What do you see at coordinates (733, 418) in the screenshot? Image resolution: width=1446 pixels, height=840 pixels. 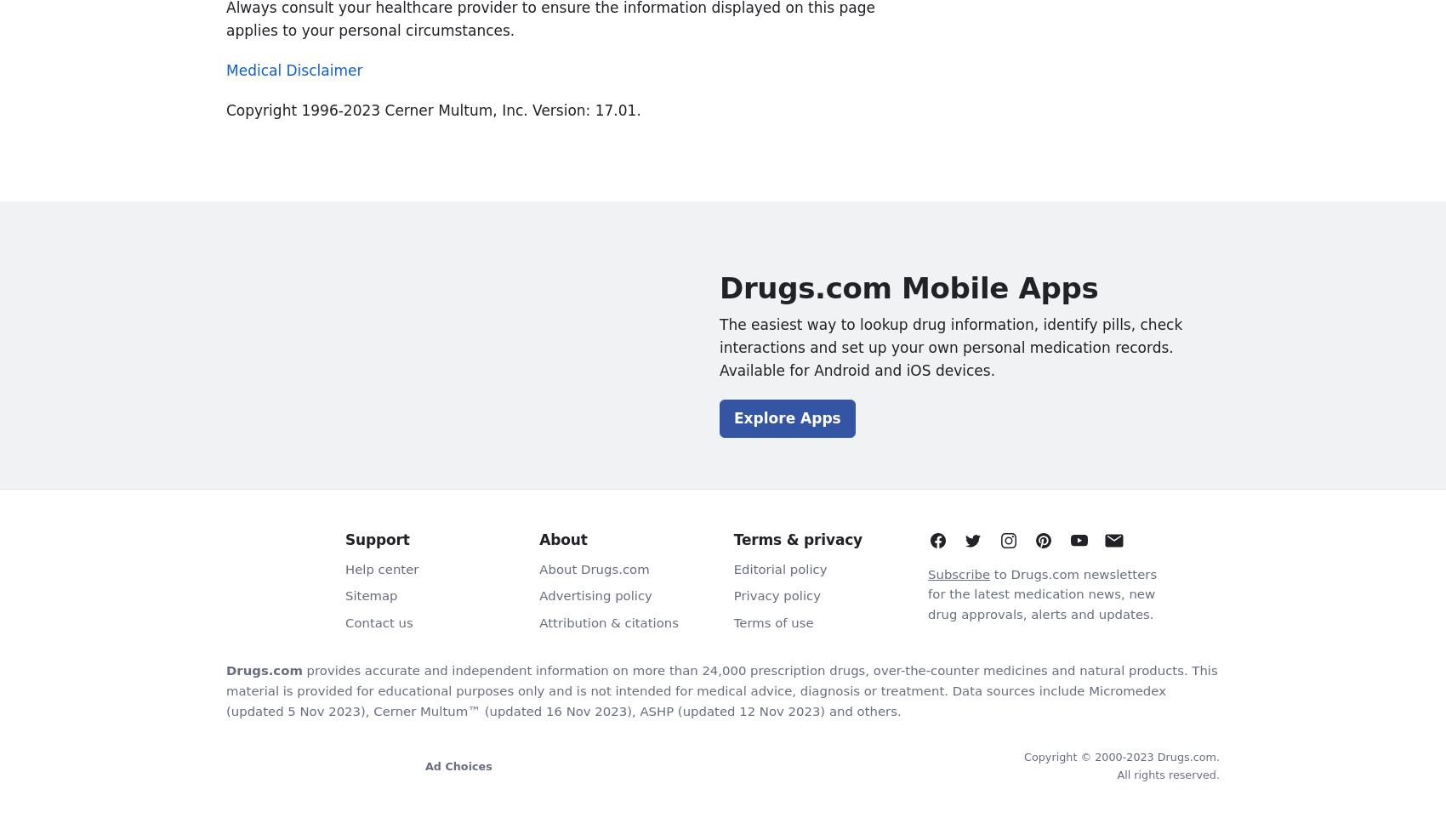 I see `'Explore Apps'` at bounding box center [733, 418].